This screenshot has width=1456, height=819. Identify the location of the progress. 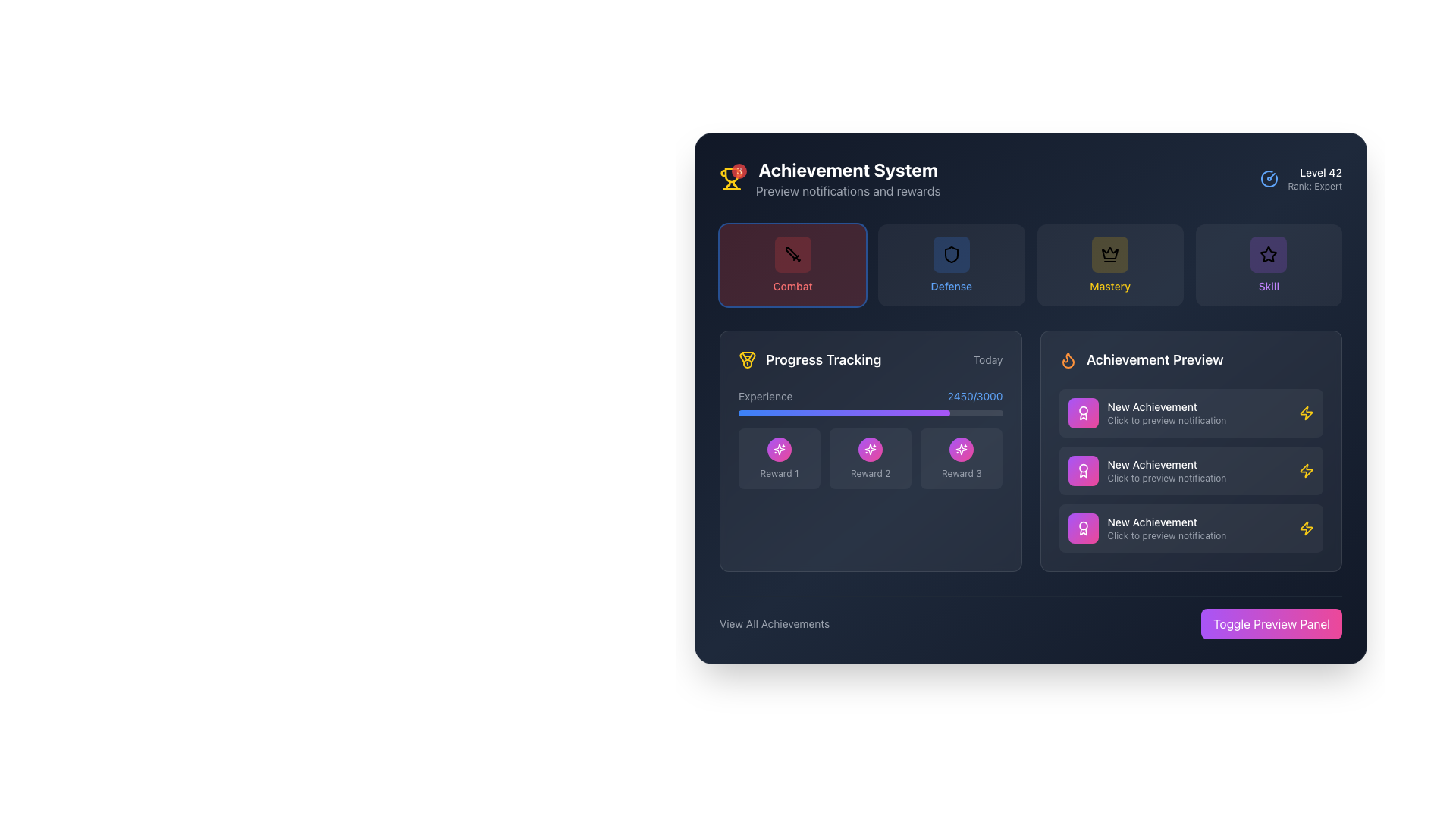
(833, 413).